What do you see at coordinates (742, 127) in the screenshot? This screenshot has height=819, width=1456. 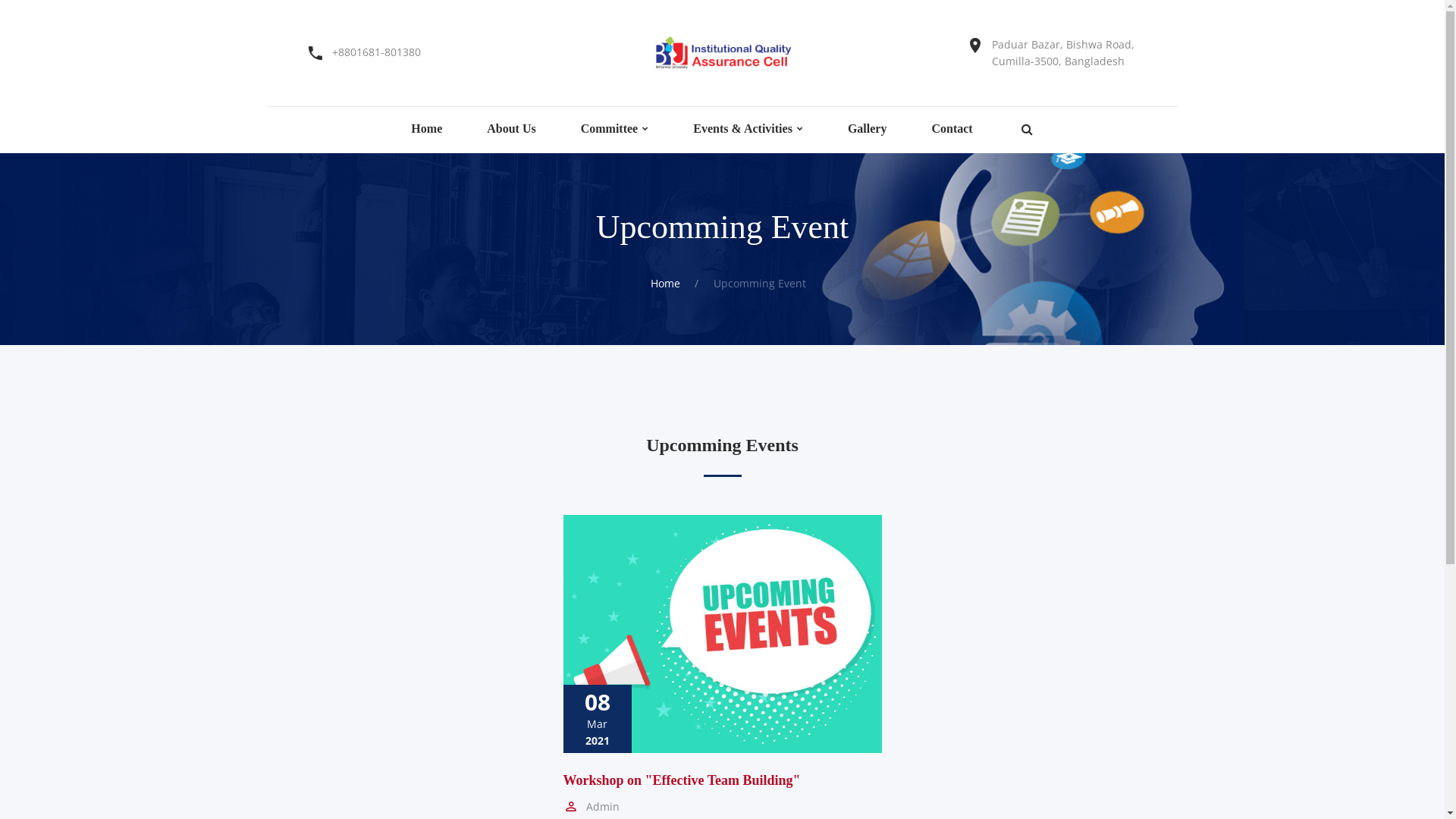 I see `'Events & Activities'` at bounding box center [742, 127].